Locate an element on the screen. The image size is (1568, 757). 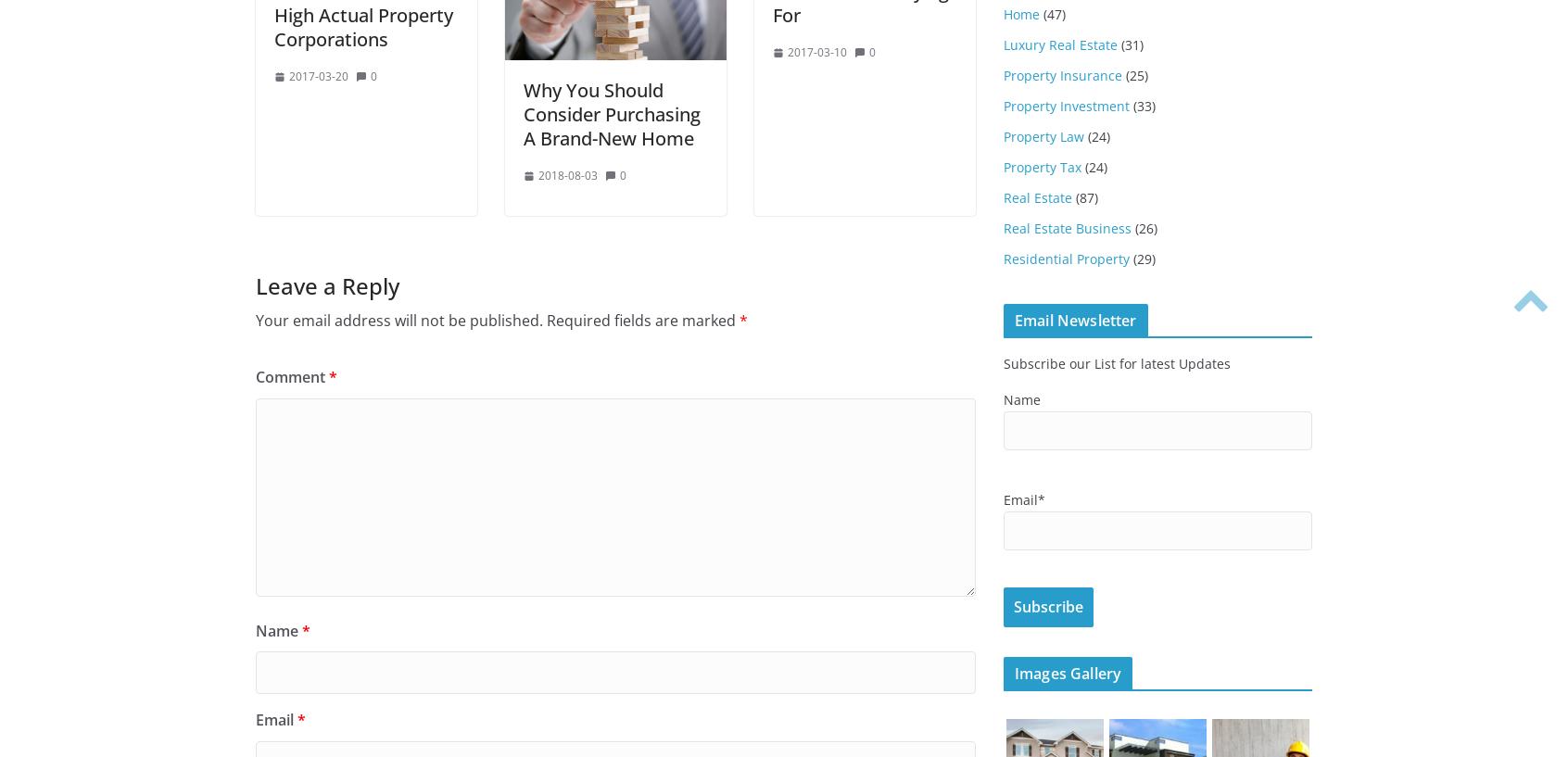
'(47)' is located at coordinates (1052, 13).